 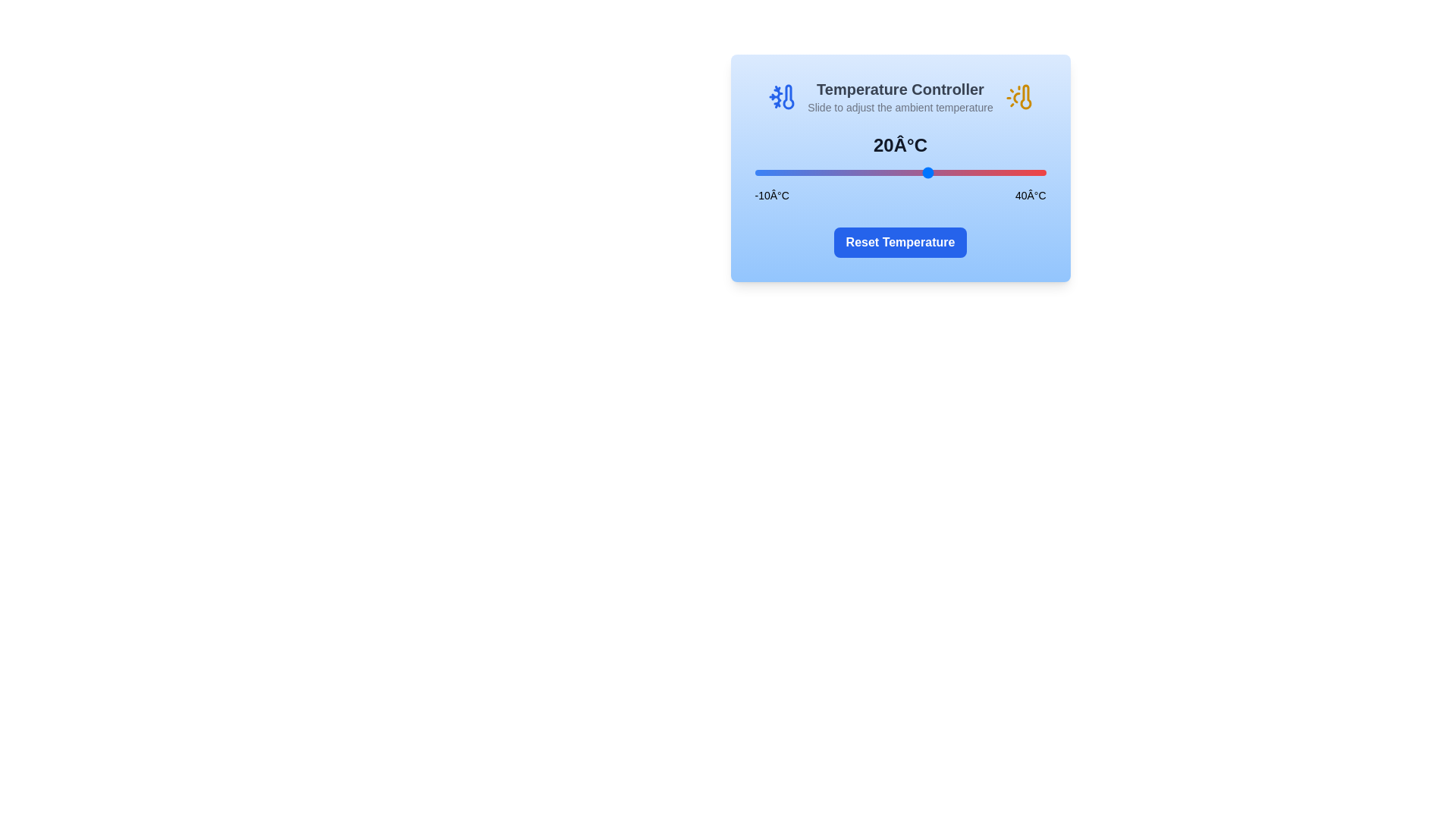 I want to click on the reset button located at the bottom center of the temperature controller card to reset the temperature to its default value, so click(x=900, y=242).